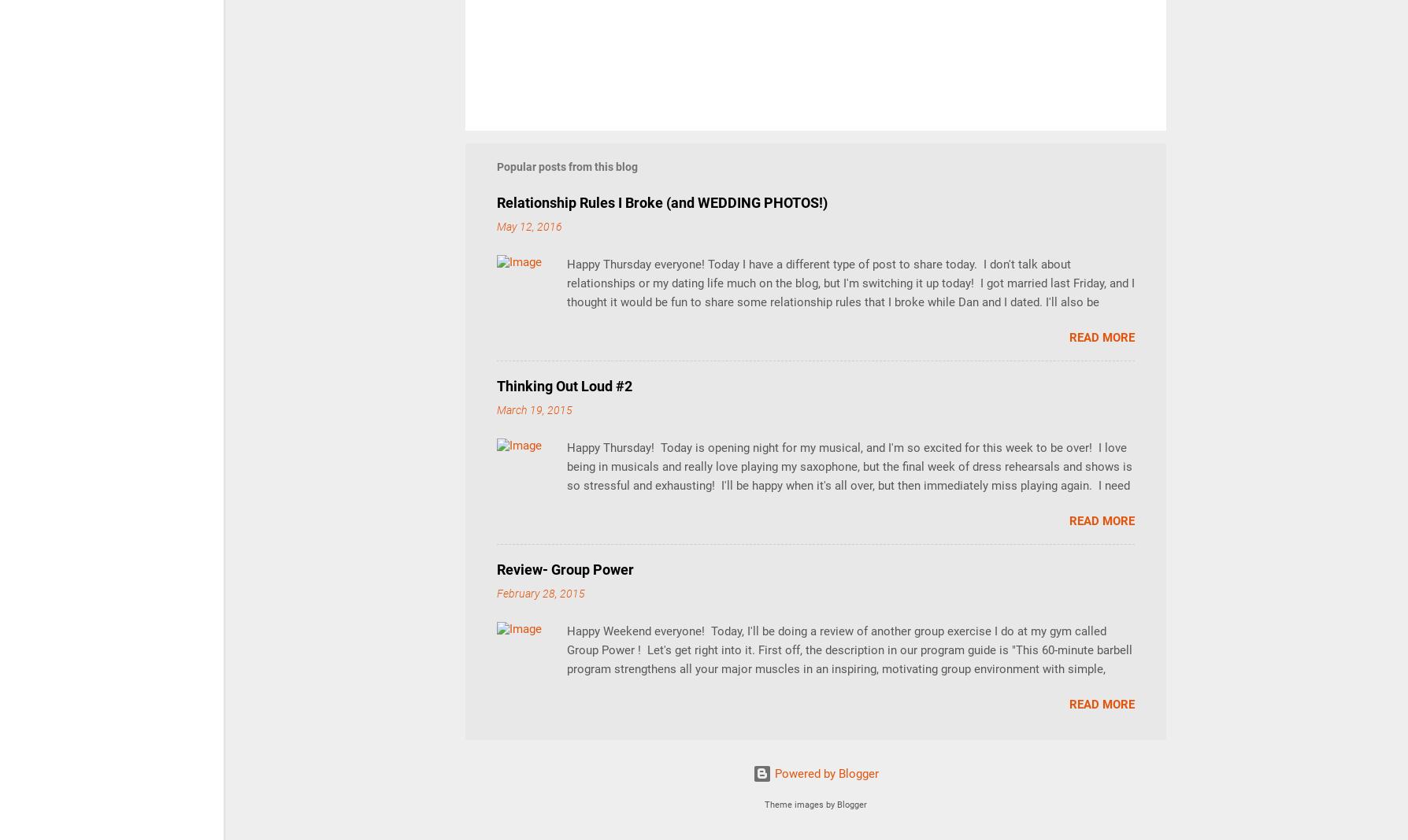 The image size is (1408, 840). What do you see at coordinates (496, 202) in the screenshot?
I see `'Relationship Rules I Broke (and WEDDING PHOTOS!)'` at bounding box center [496, 202].